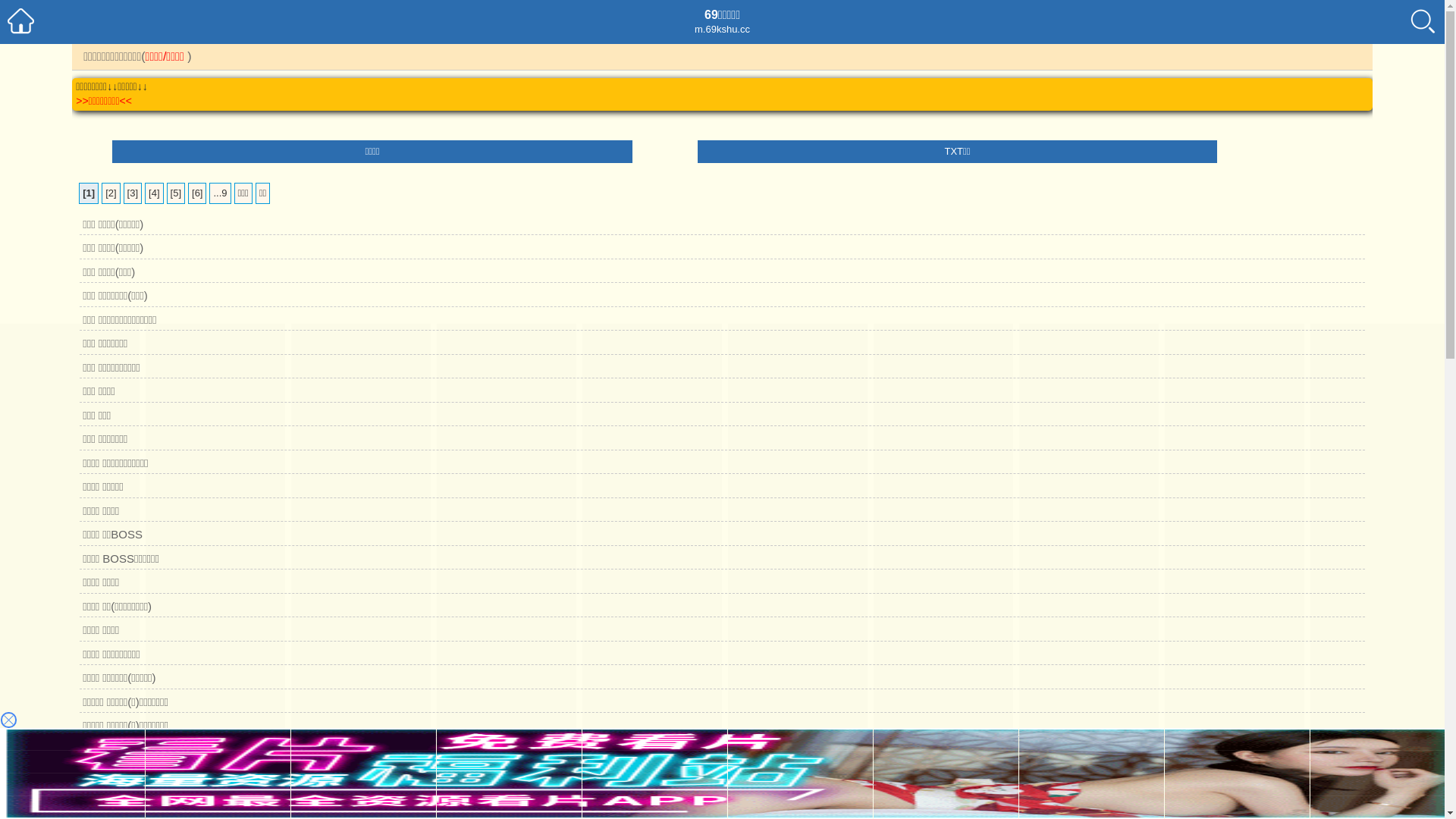 The height and width of the screenshot is (819, 1456). Describe the element at coordinates (132, 192) in the screenshot. I see `'[3]'` at that location.